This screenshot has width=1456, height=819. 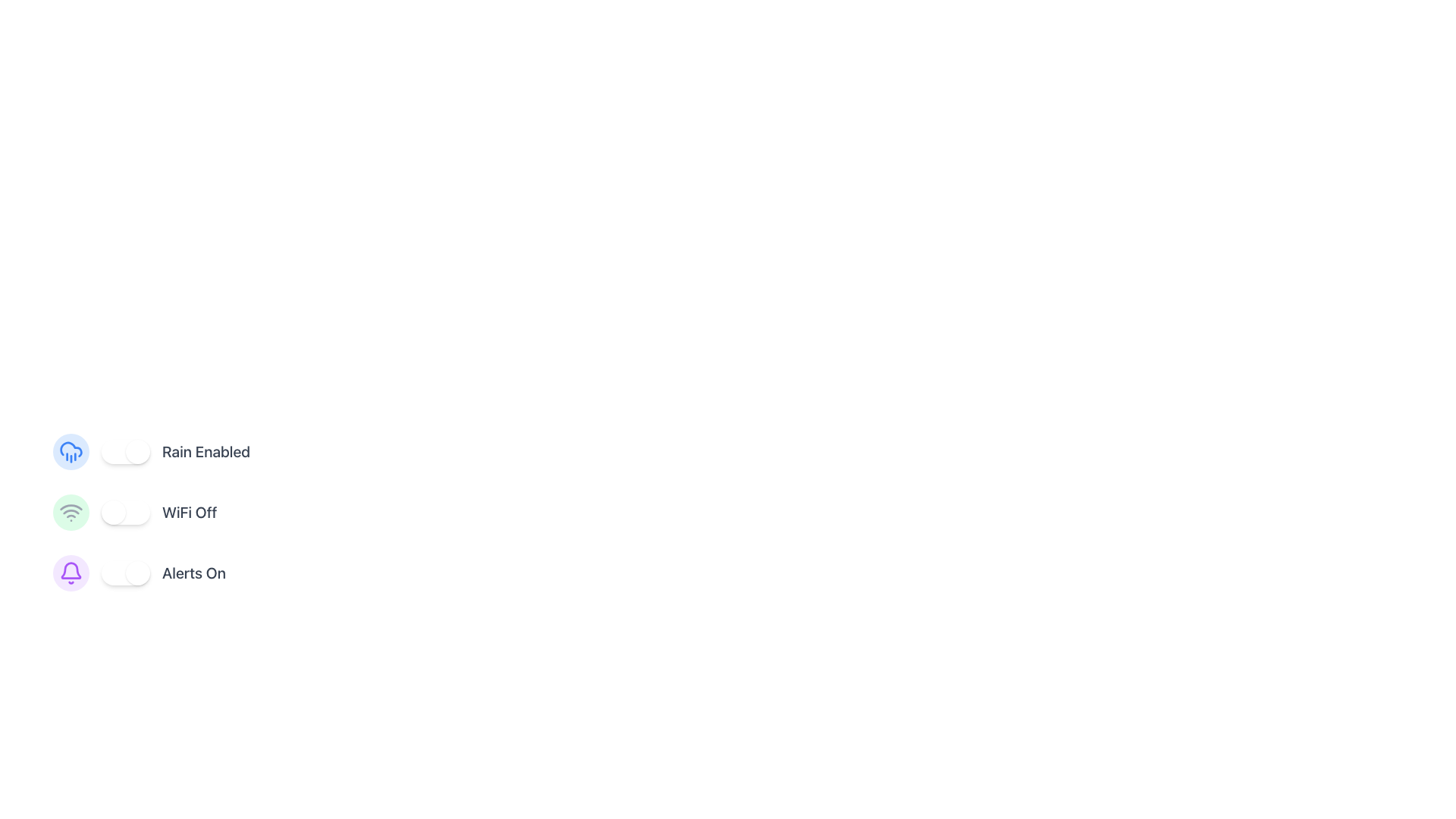 I want to click on the WiFi icon, which is a gray icon with curved lines and a dot at the bottom, located centrally within a light green circular background, labeled 'WiFi Off' to its right, so click(x=71, y=512).